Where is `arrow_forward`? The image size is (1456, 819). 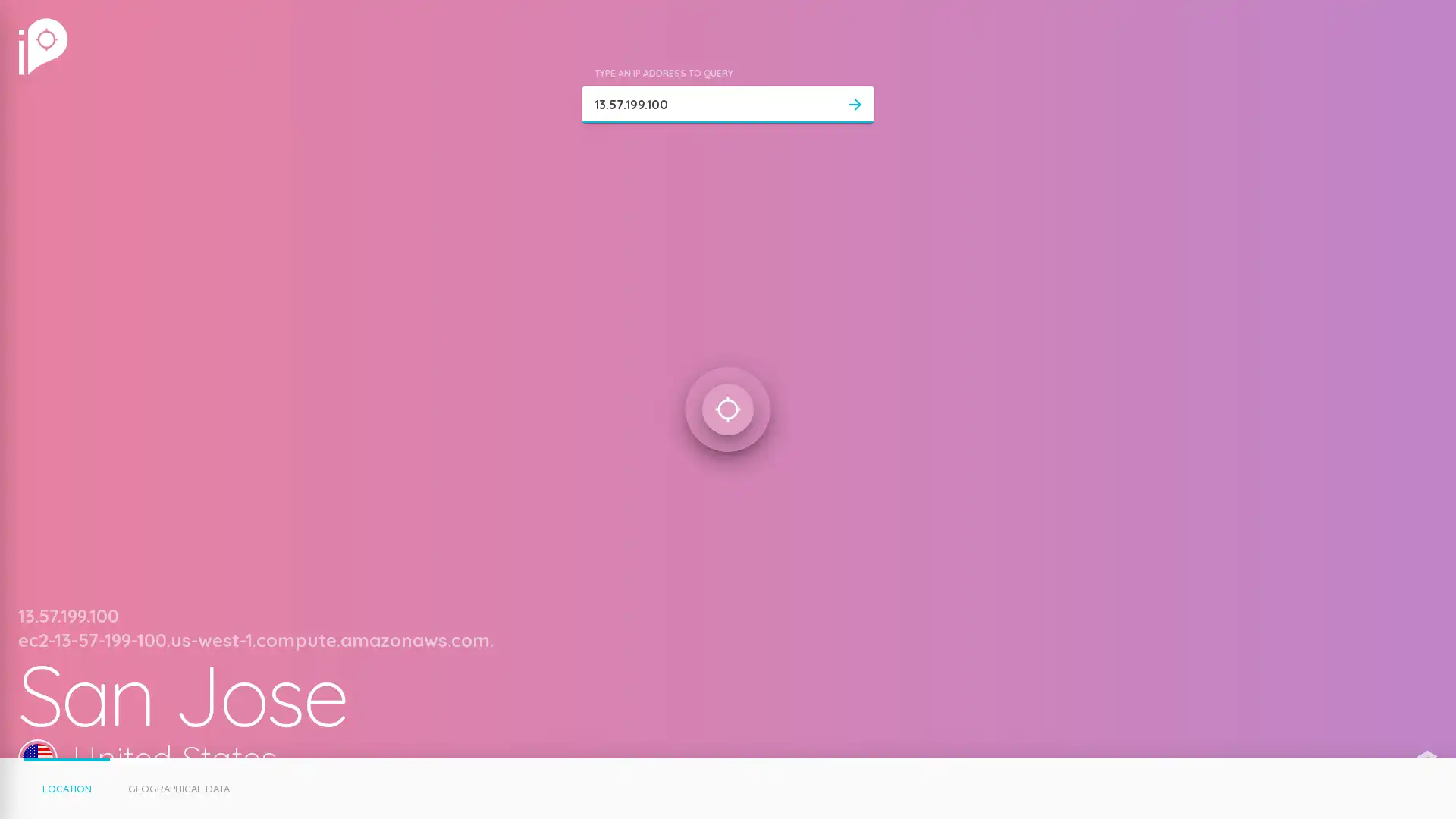
arrow_forward is located at coordinates (855, 104).